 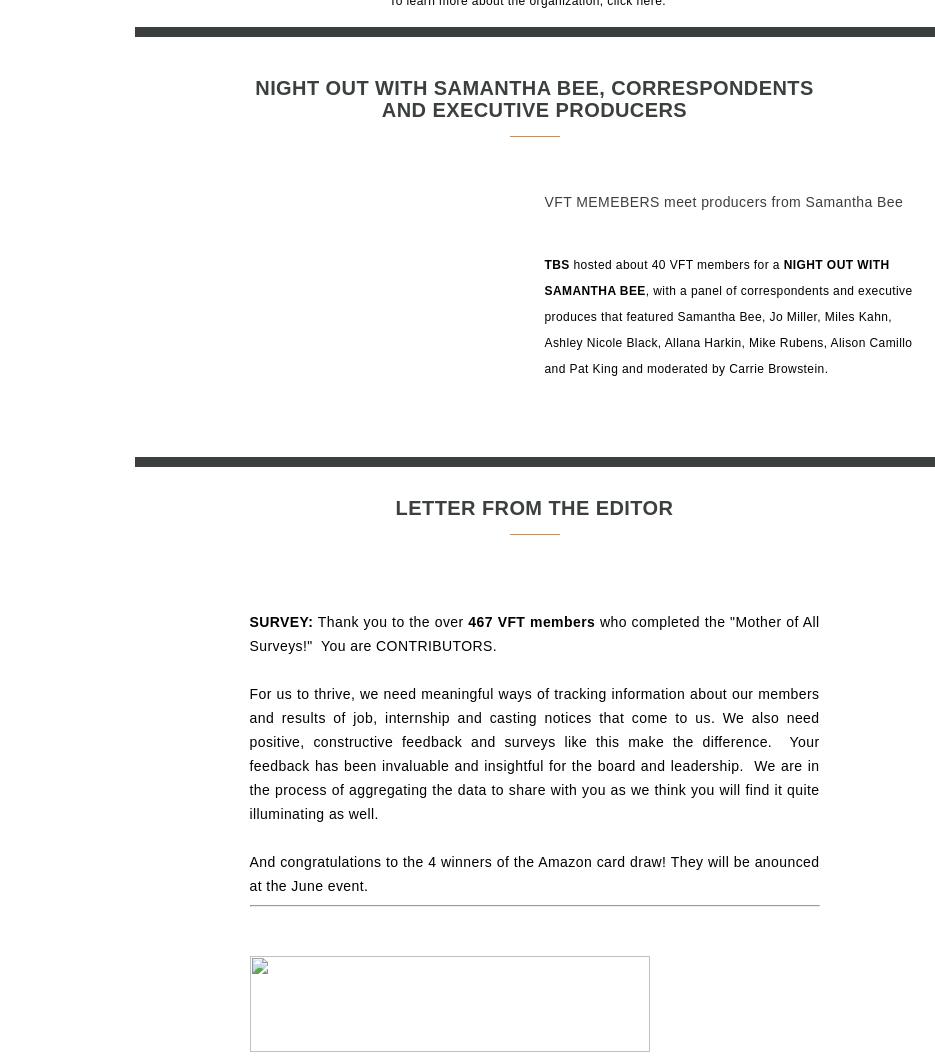 What do you see at coordinates (727, 328) in the screenshot?
I see `', with a panel of correspondents and executive produces that featured Samantha Bee, Jo Miller, Miles Kahn, Ashley Nicole Black, Allana Harkin, Mike Rubens, Alison Camillo and Pat King and moderated by Carrie Browstein.'` at bounding box center [727, 328].